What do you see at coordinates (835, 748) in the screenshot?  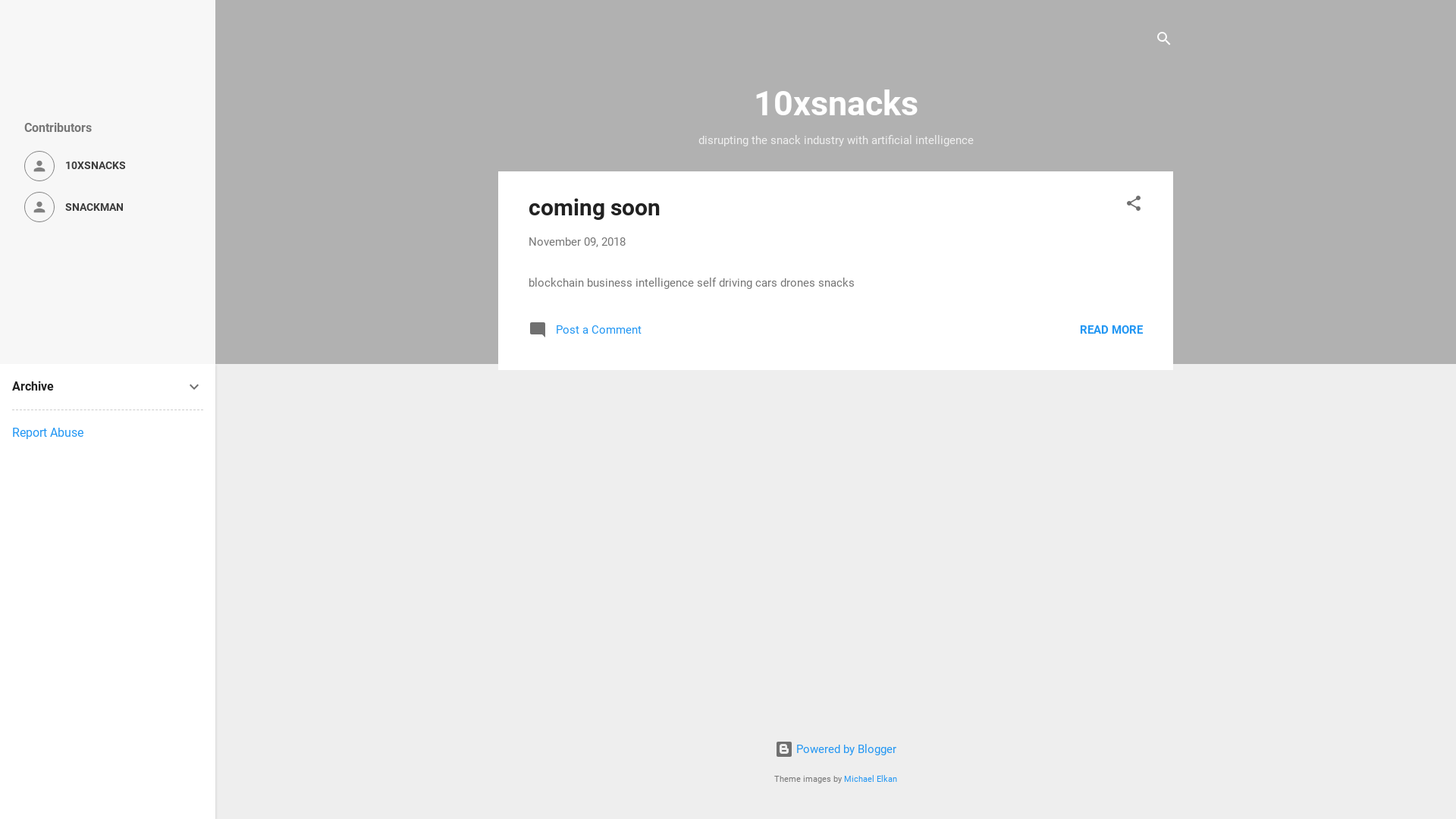 I see `'Powered by Blogger'` at bounding box center [835, 748].